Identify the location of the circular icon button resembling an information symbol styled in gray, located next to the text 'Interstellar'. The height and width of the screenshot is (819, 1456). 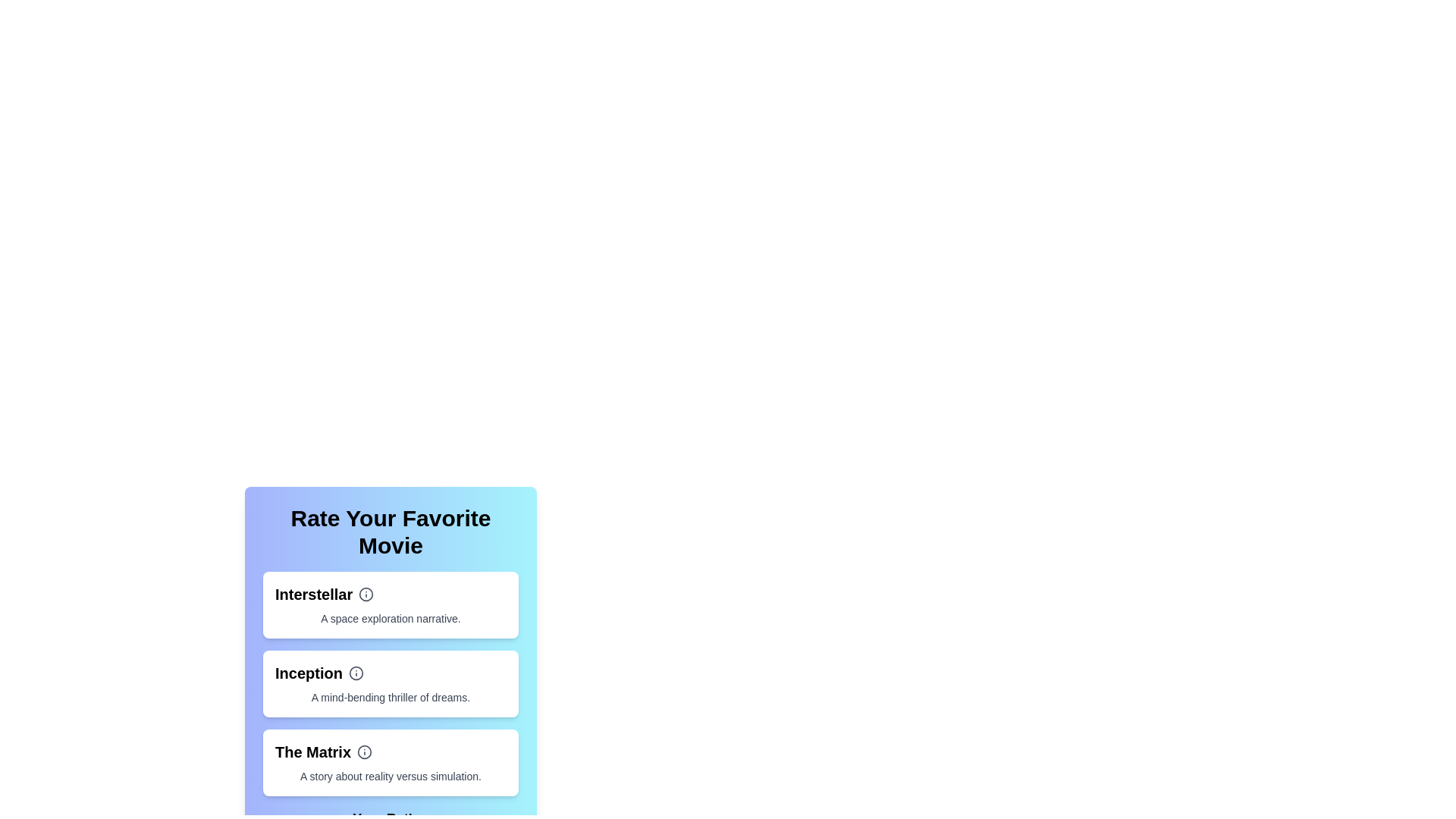
(366, 593).